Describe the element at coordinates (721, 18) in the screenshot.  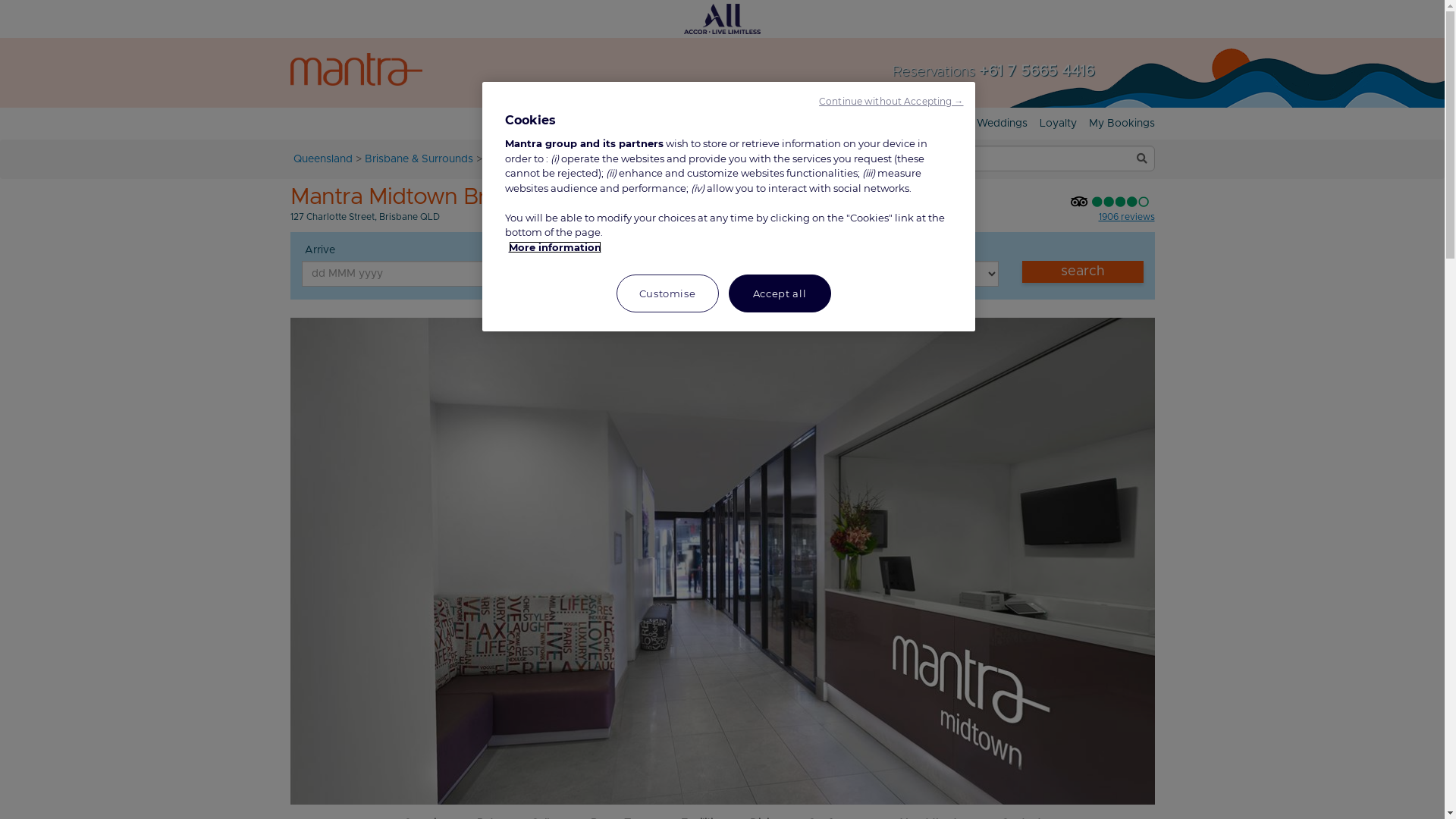
I see `'All'` at that location.